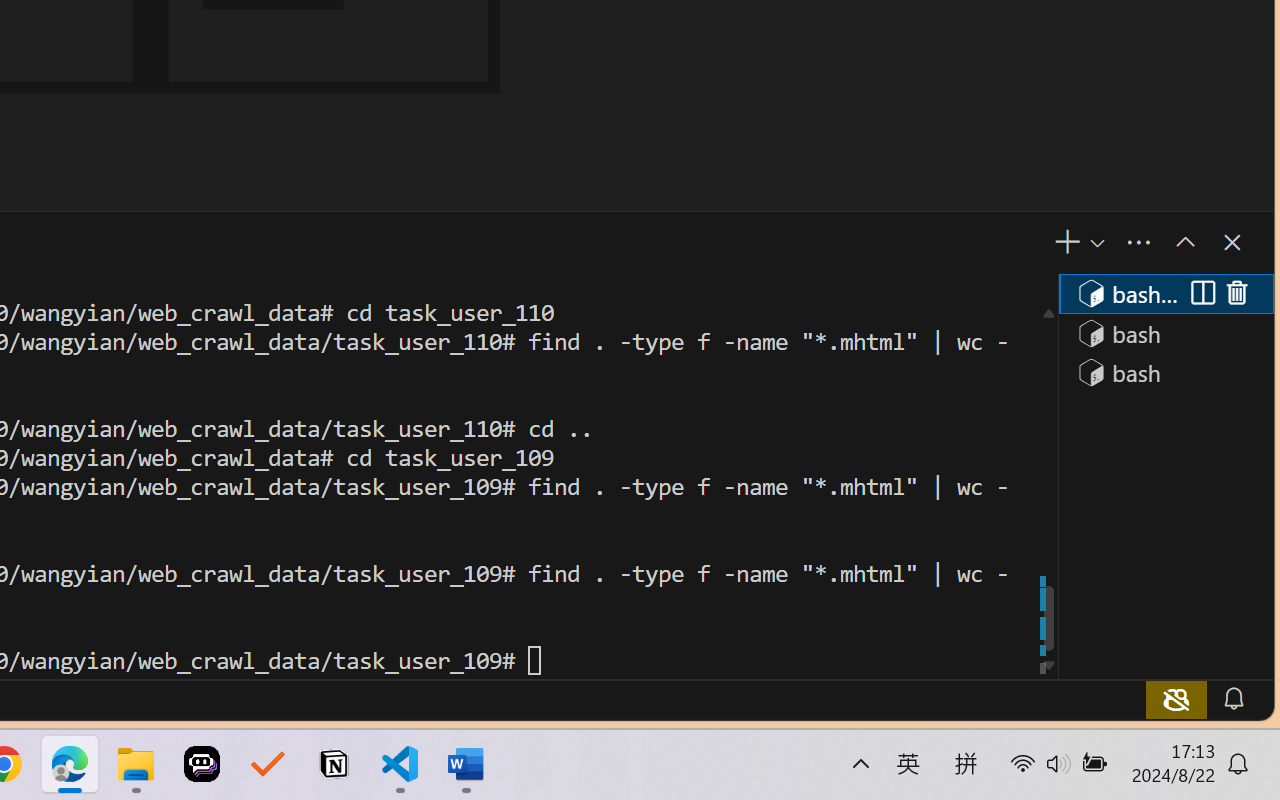 The height and width of the screenshot is (800, 1280). What do you see at coordinates (1165, 371) in the screenshot?
I see `'Terminal 3 bash'` at bounding box center [1165, 371].